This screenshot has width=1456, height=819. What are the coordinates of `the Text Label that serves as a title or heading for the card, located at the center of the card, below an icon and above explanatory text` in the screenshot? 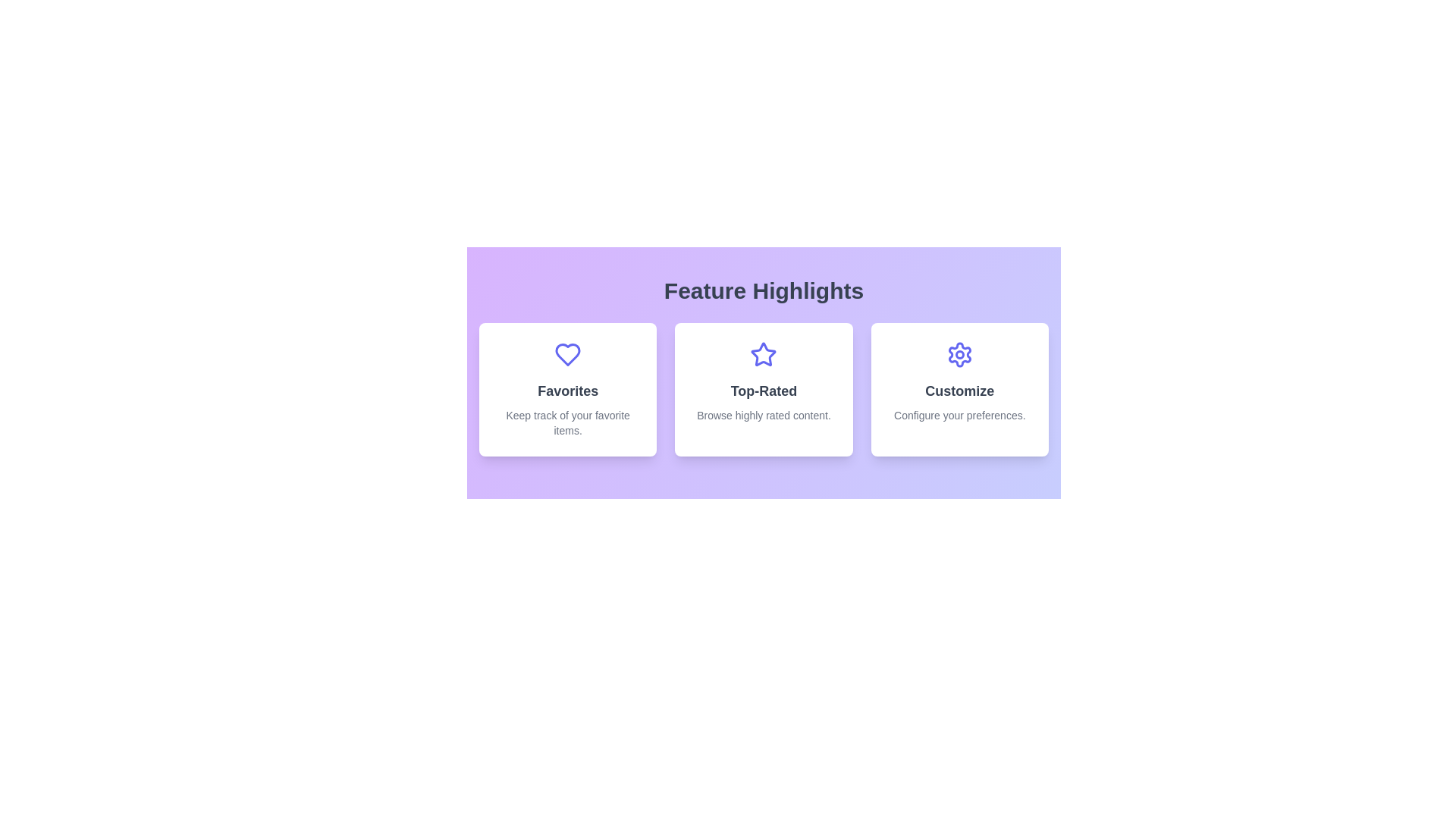 It's located at (959, 391).